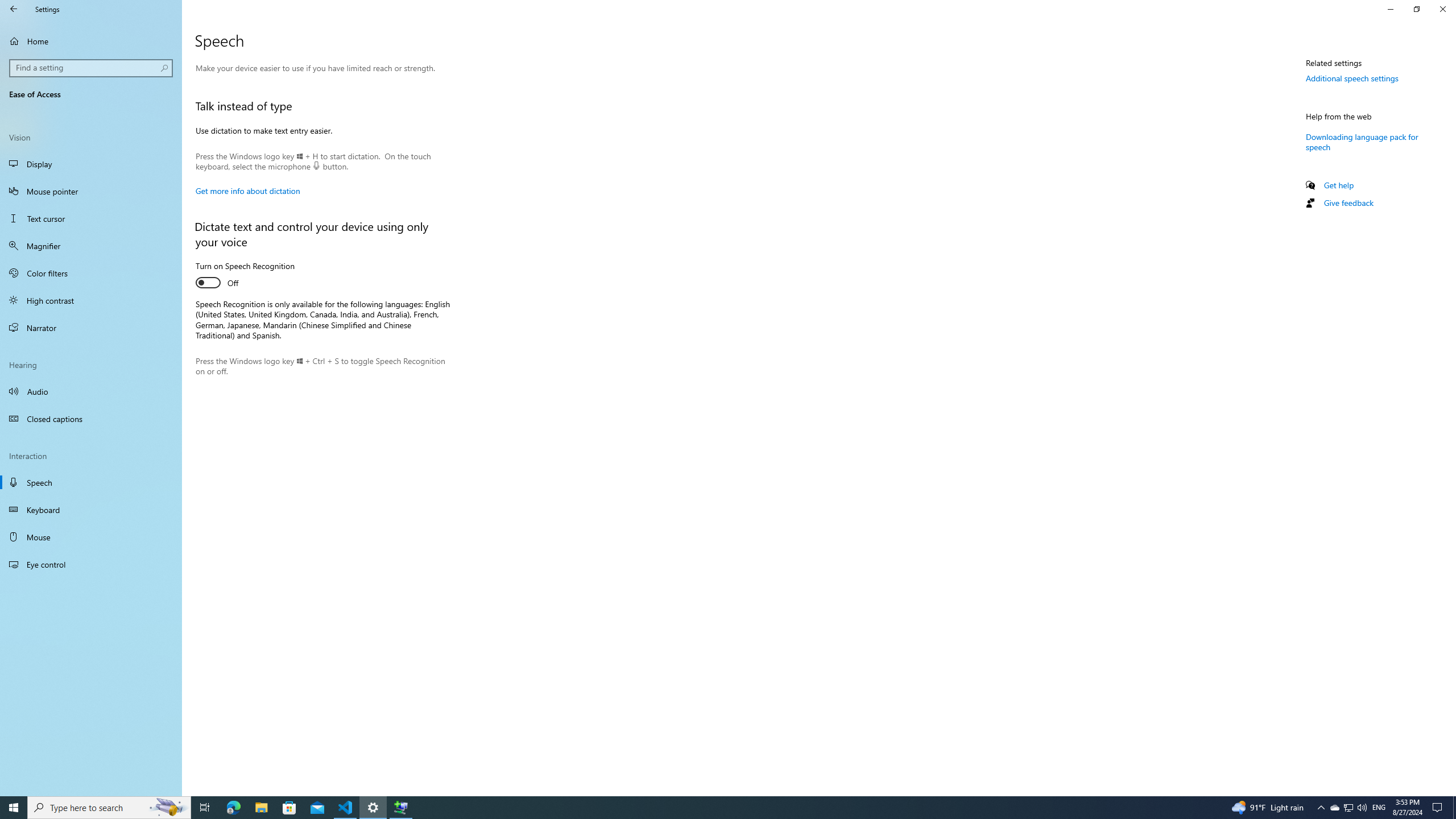  What do you see at coordinates (247, 190) in the screenshot?
I see `'Get more info about dictation'` at bounding box center [247, 190].